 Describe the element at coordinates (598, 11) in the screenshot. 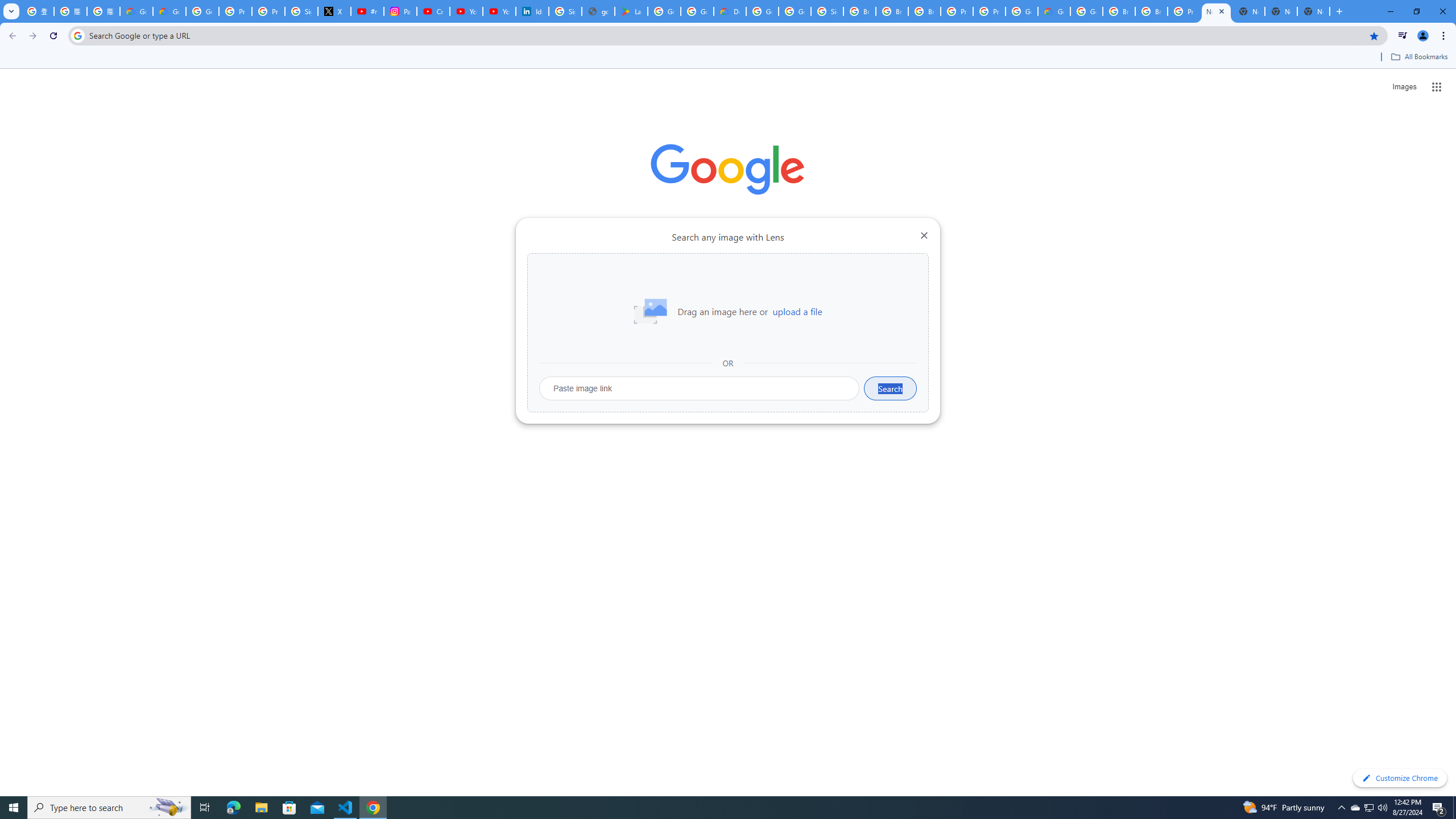

I see `'google_privacy_policy_en.pdf'` at that location.